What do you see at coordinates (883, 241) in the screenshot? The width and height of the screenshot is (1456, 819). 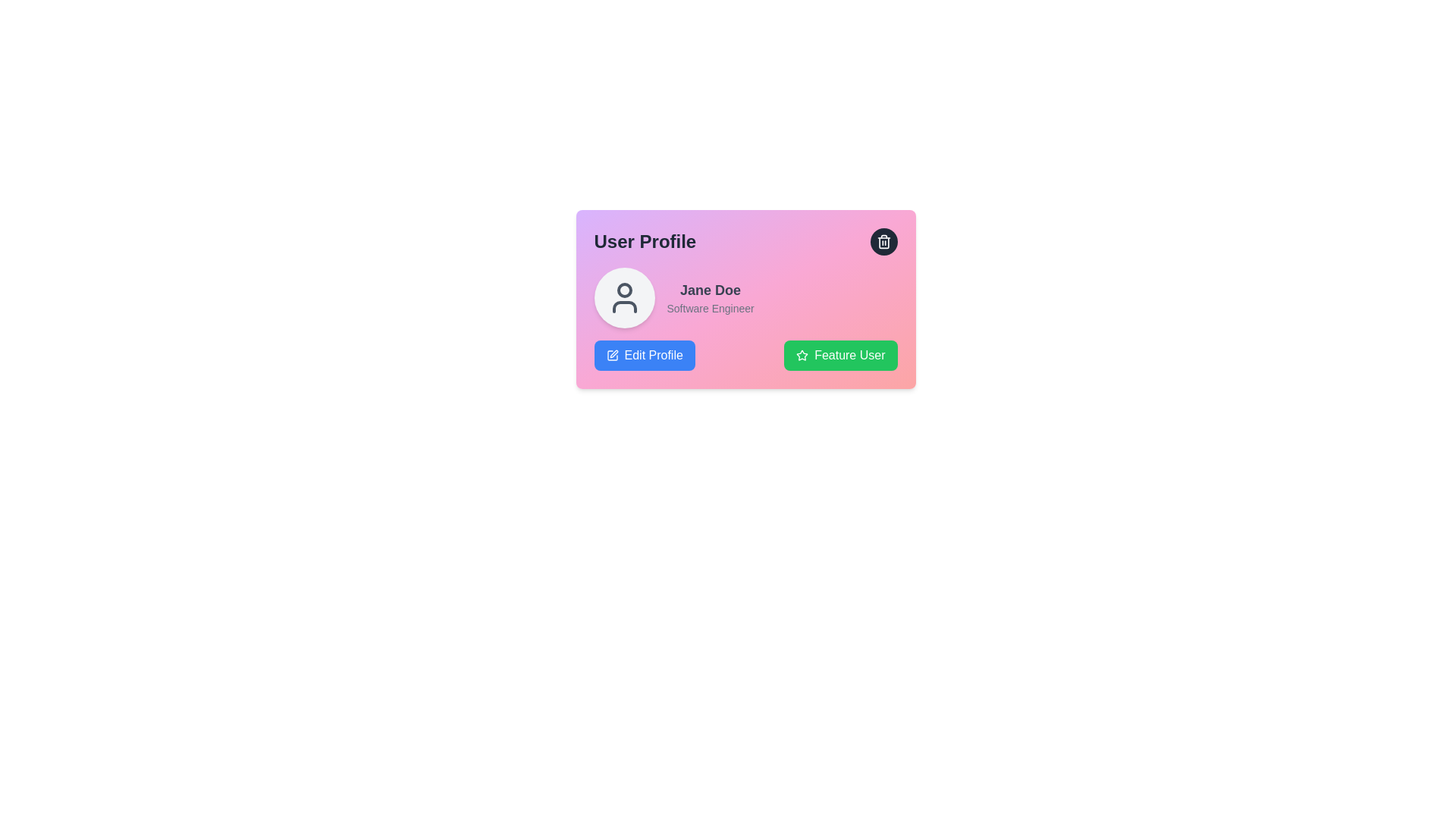 I see `the 'Delete' button located in the top-right corner of the 'User Profile' section` at bounding box center [883, 241].